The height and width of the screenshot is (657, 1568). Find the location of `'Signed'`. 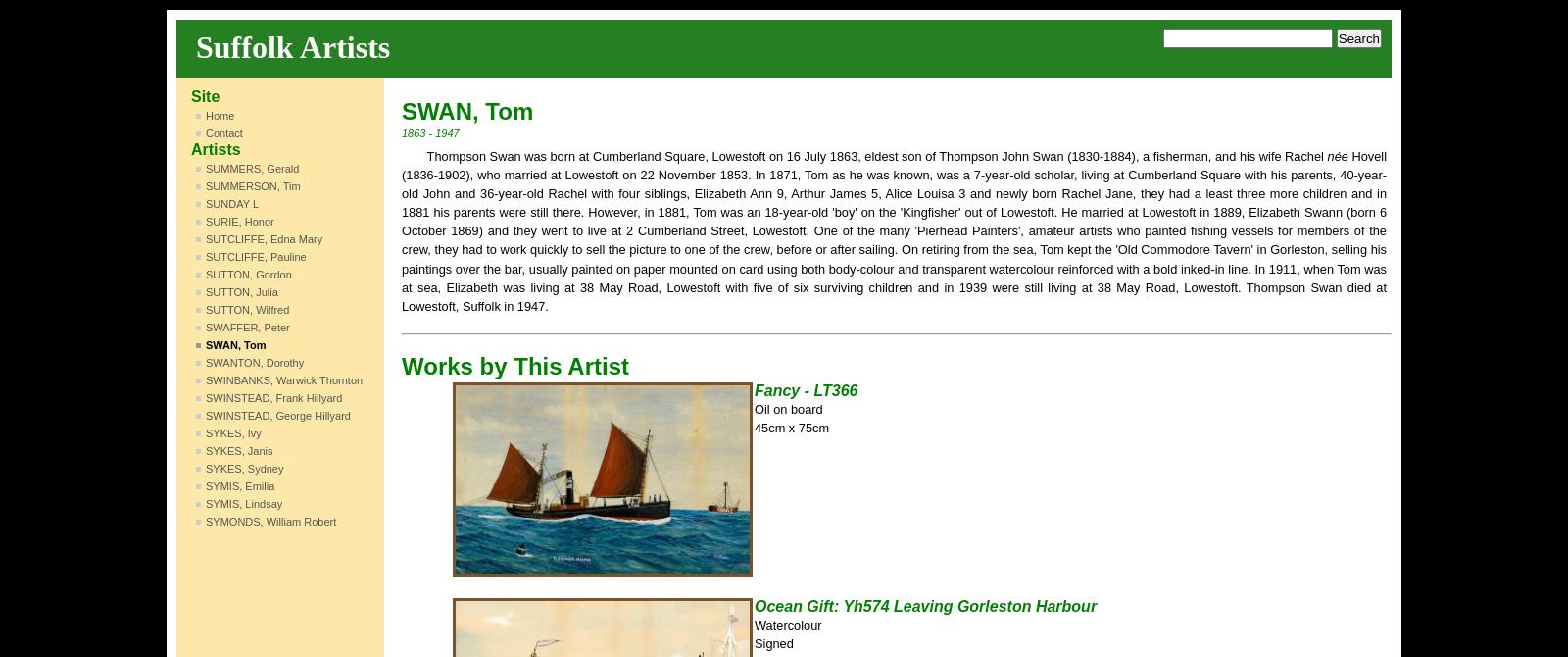

'Signed' is located at coordinates (773, 641).